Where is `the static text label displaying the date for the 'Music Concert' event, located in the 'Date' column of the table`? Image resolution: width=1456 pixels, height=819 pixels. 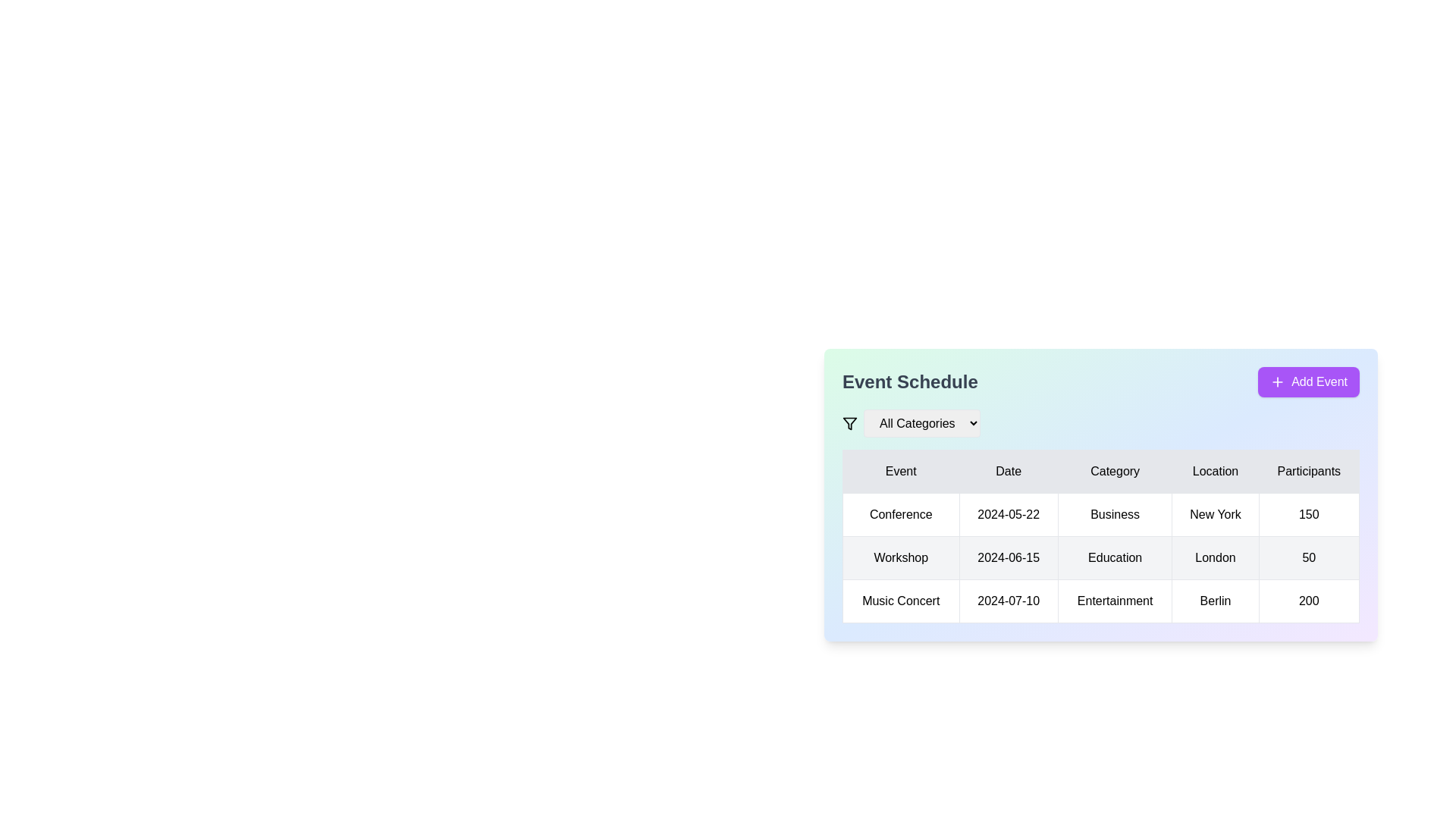 the static text label displaying the date for the 'Music Concert' event, located in the 'Date' column of the table is located at coordinates (1009, 601).